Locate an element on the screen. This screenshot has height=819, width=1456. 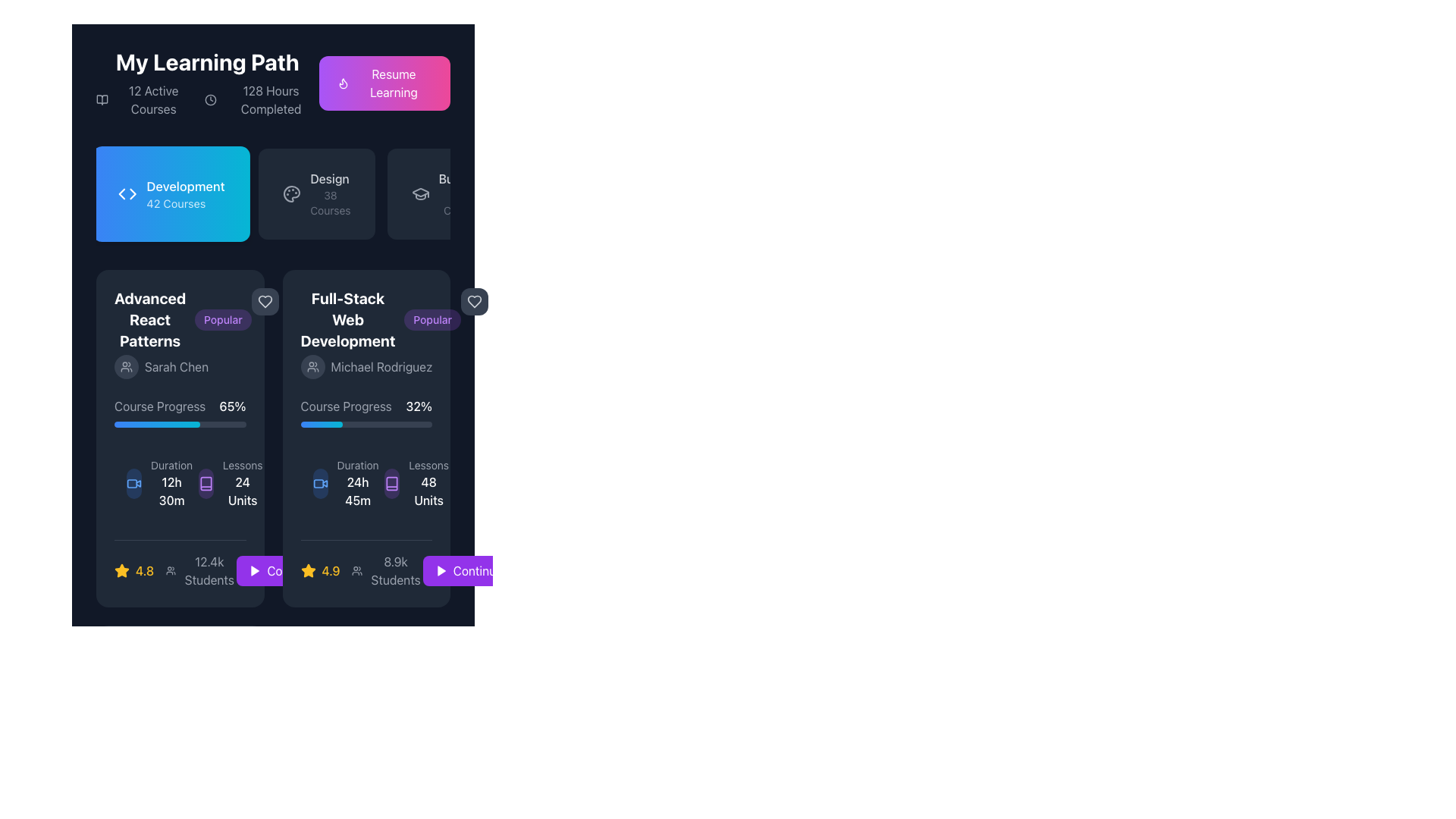
the details of the icon styled within a circular layout, located to the left of the text 'Development 42 Courses' on the card labeled 'Development' is located at coordinates (127, 193).